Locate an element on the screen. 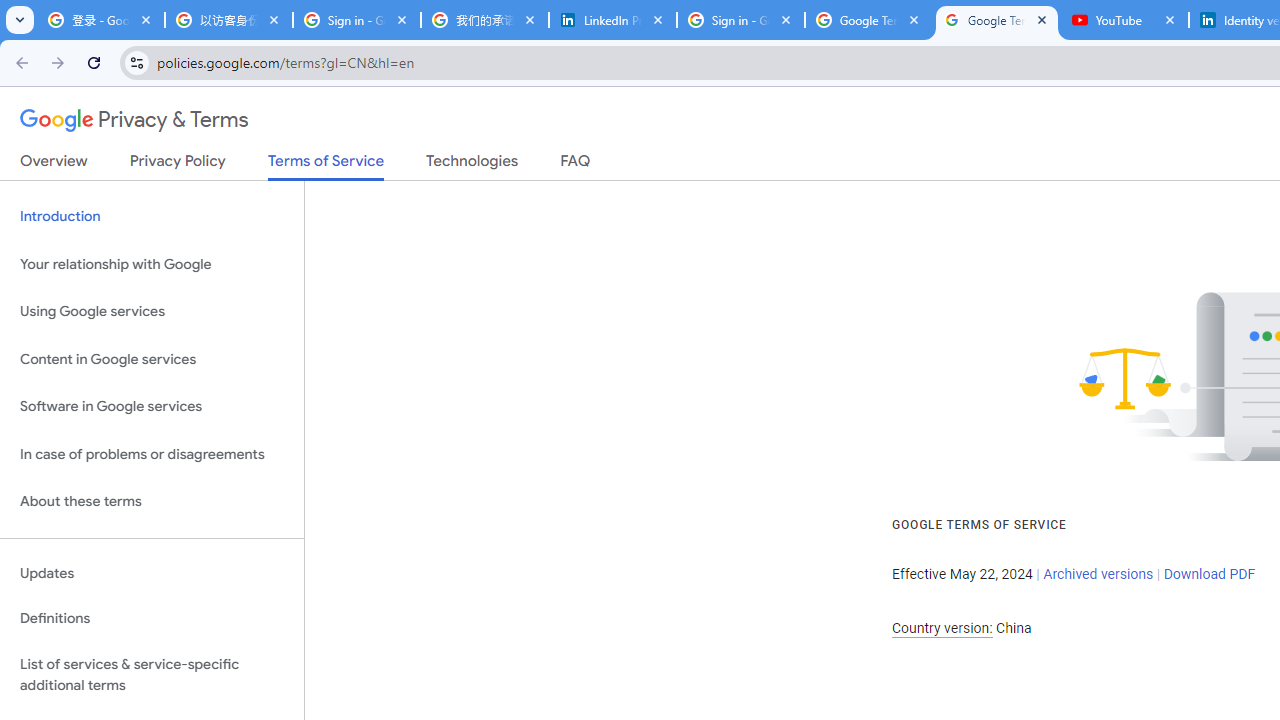 The height and width of the screenshot is (720, 1280). 'Country version:' is located at coordinates (941, 627).